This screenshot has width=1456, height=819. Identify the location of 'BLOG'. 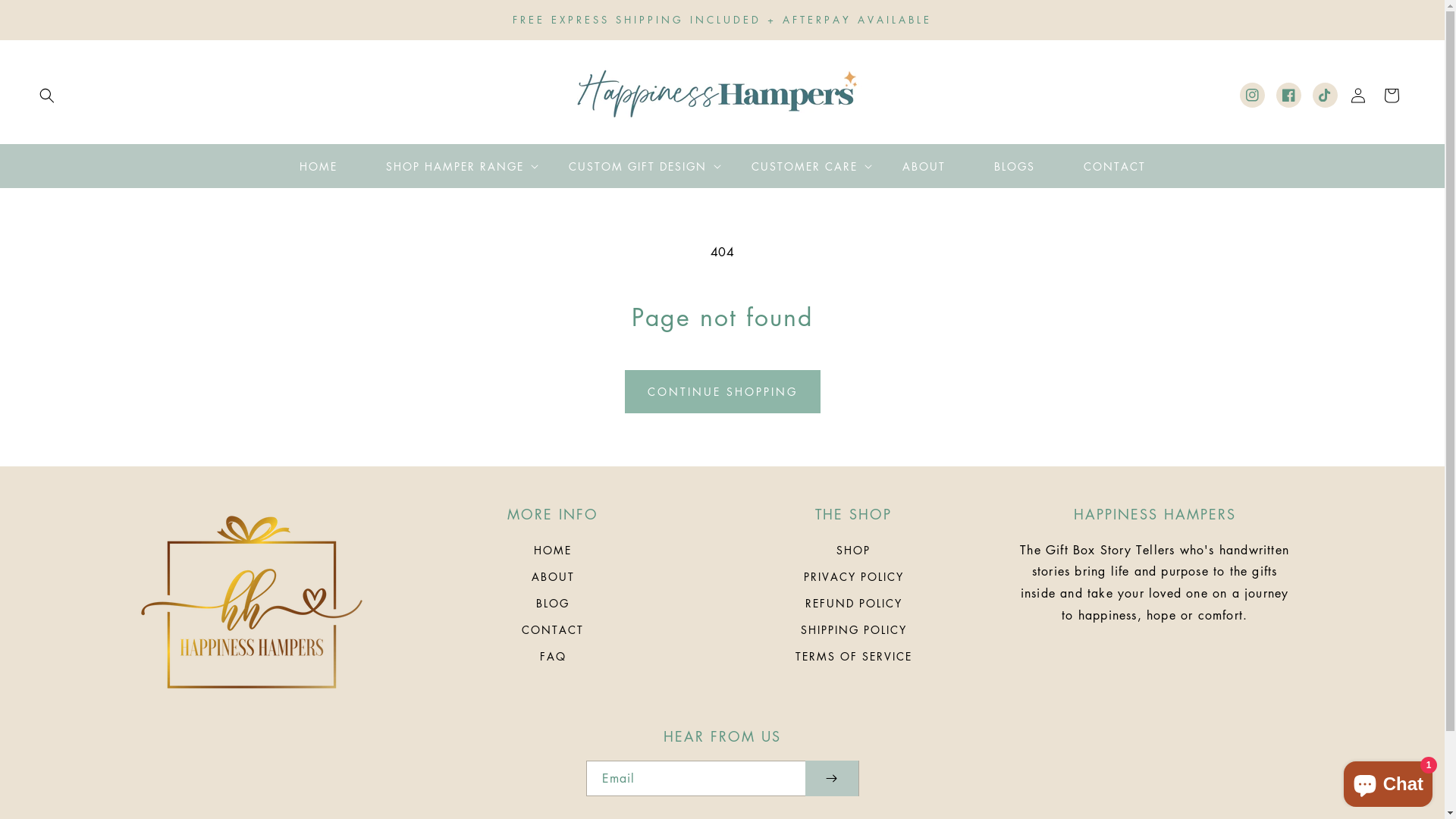
(552, 602).